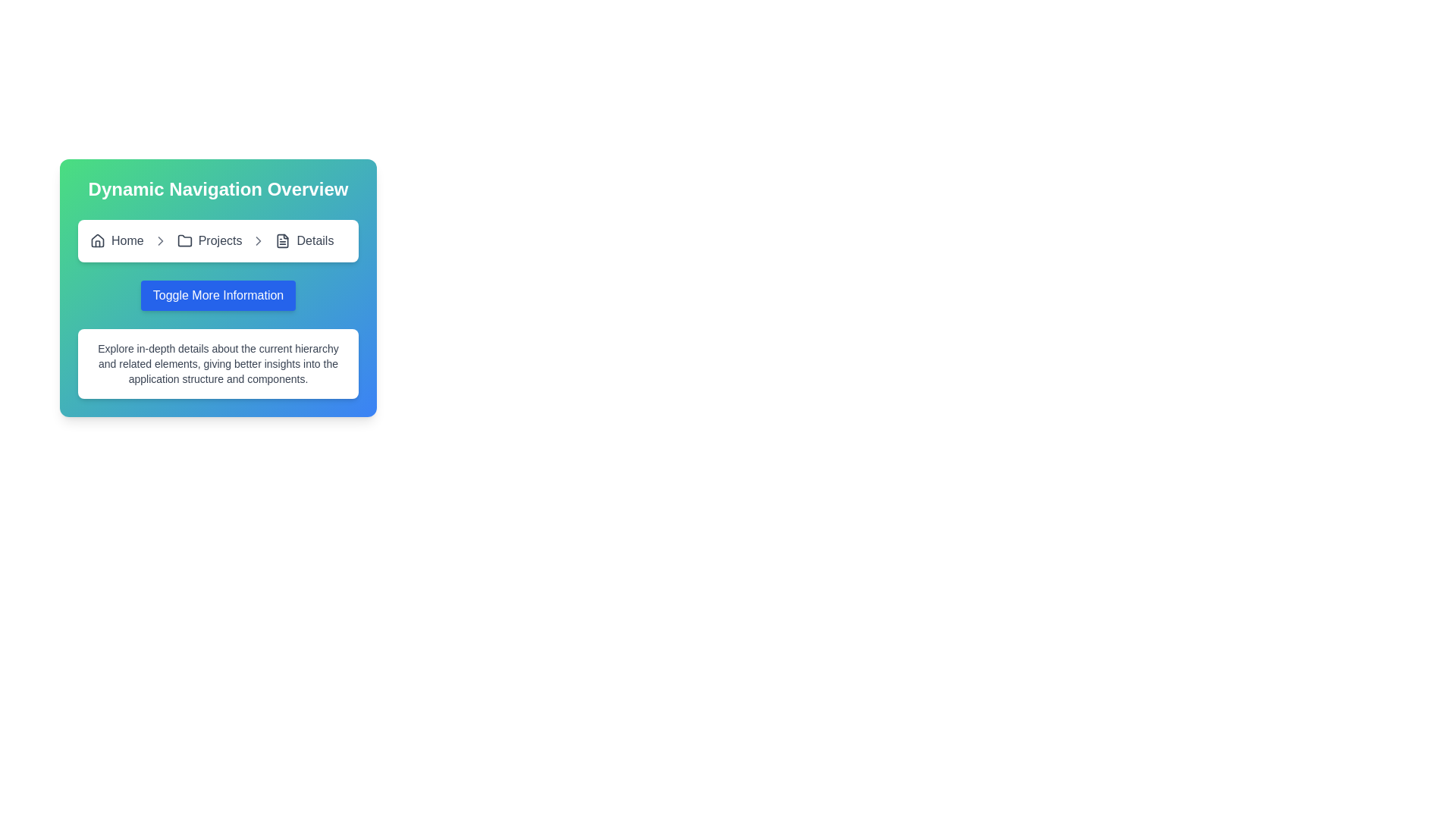 The width and height of the screenshot is (1456, 819). I want to click on the link displaying the text 'Details' with an adjacent document icon in the breadcrumb navigation, so click(303, 240).